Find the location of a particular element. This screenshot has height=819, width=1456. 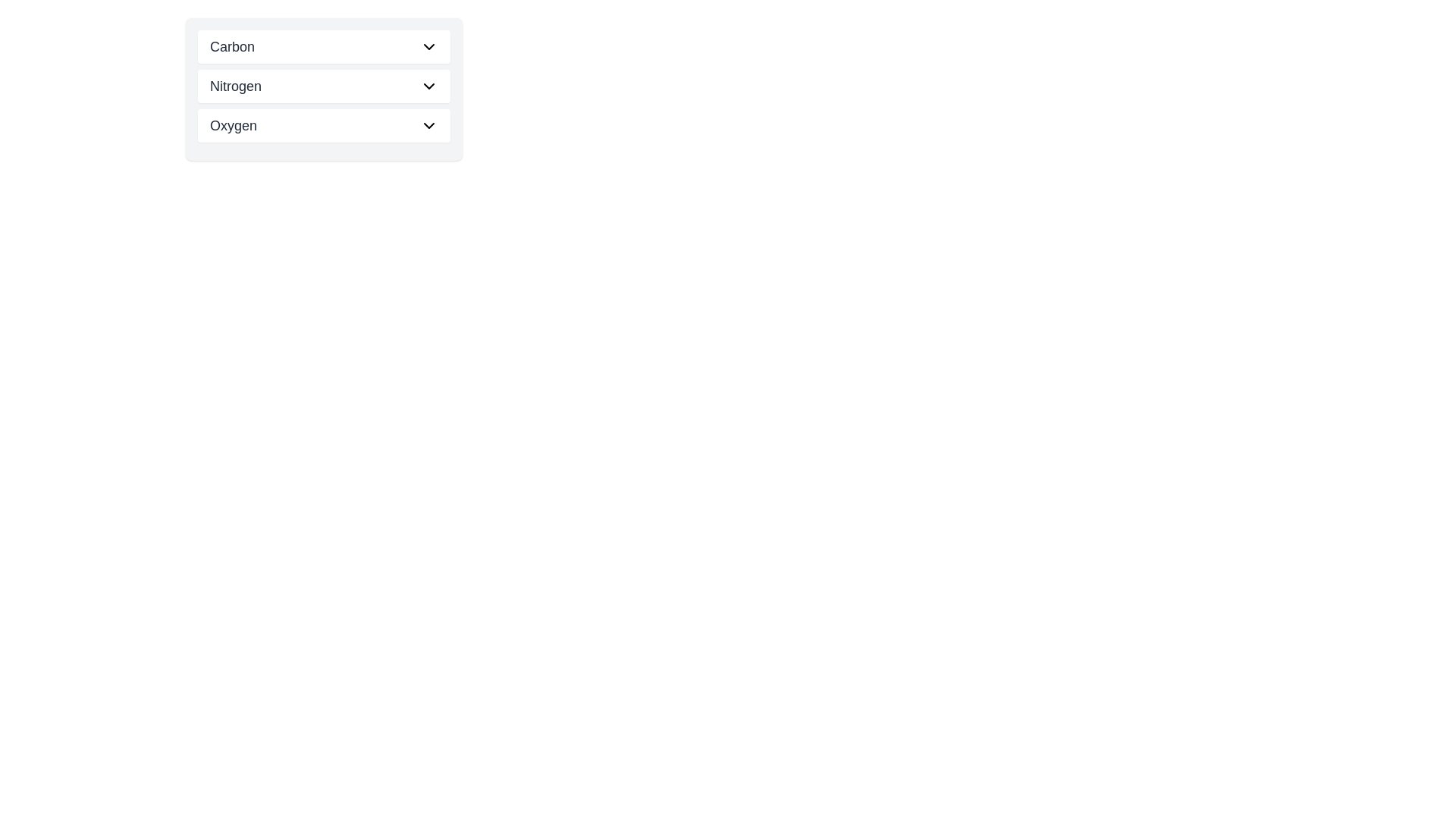

the downward-facing chevron icon next to the label 'Nitrogen' is located at coordinates (428, 86).